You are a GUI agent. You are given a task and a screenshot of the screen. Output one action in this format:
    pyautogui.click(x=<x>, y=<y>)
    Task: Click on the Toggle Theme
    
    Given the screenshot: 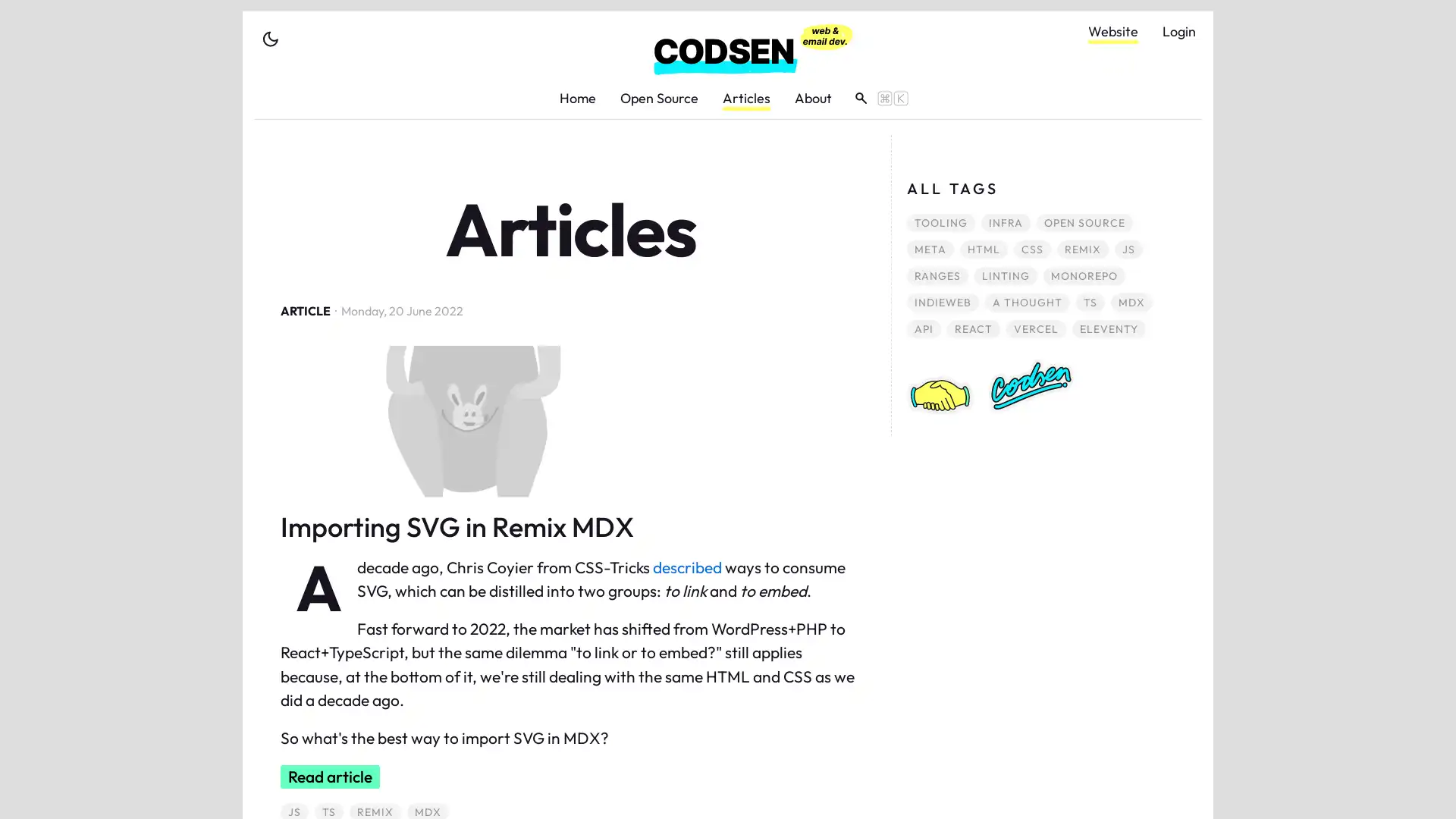 What is the action you would take?
    pyautogui.click(x=270, y=38)
    